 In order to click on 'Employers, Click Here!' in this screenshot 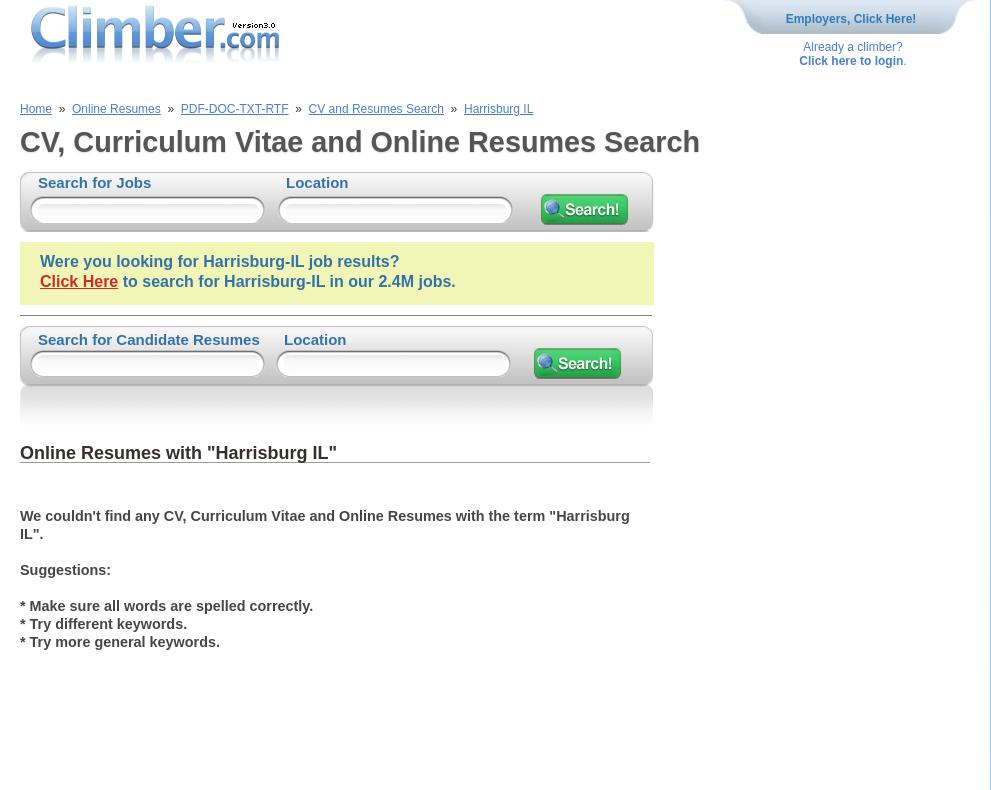, I will do `click(849, 18)`.